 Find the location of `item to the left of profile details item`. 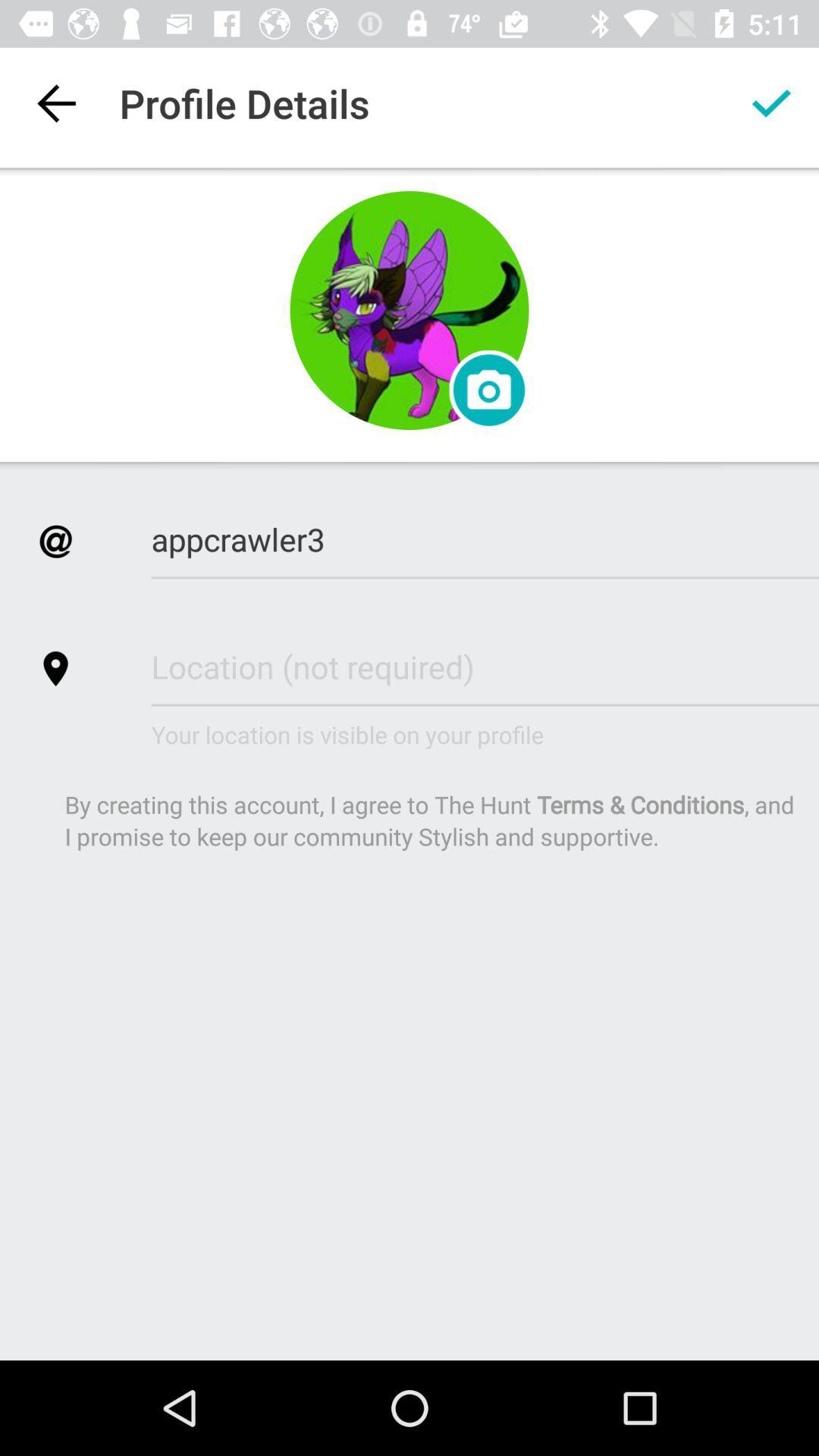

item to the left of profile details item is located at coordinates (55, 102).